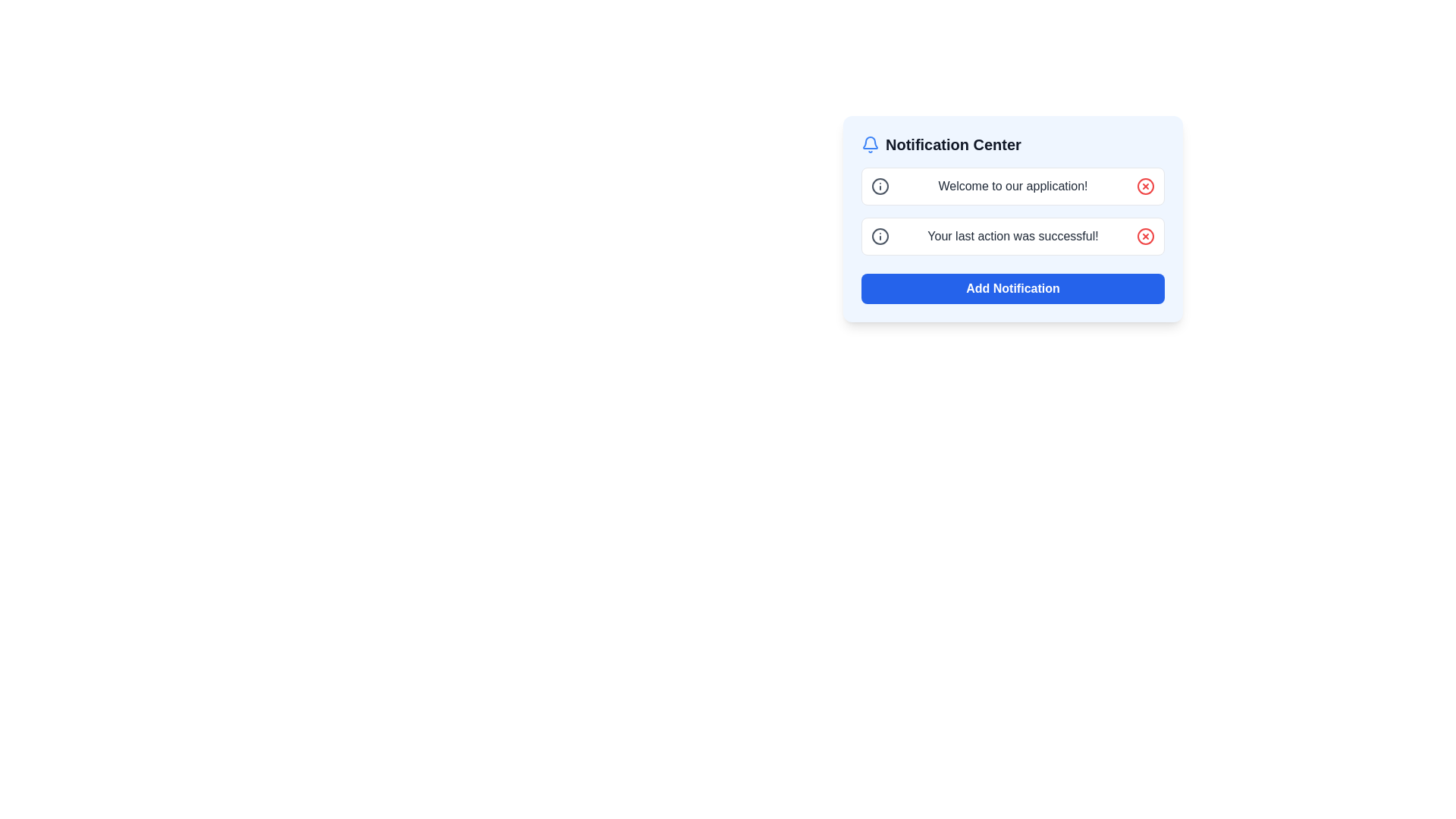 This screenshot has height=819, width=1456. Describe the element at coordinates (1012, 281) in the screenshot. I see `the blue button with white bold text saying 'Add Notification' located at the bottom center of the 'Notification Center' section` at that location.